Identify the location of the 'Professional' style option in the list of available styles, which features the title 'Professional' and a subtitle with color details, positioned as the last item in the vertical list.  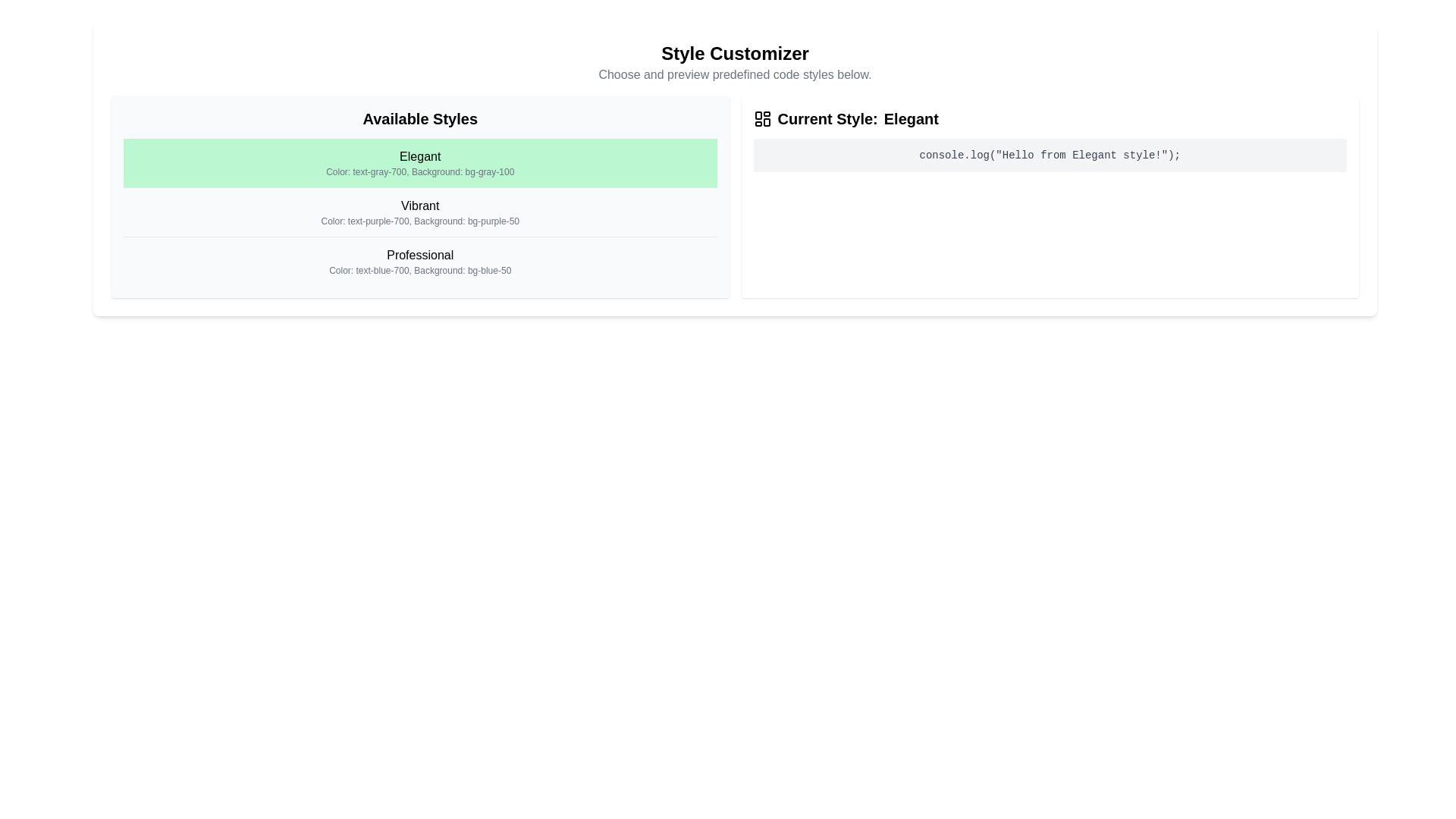
(420, 260).